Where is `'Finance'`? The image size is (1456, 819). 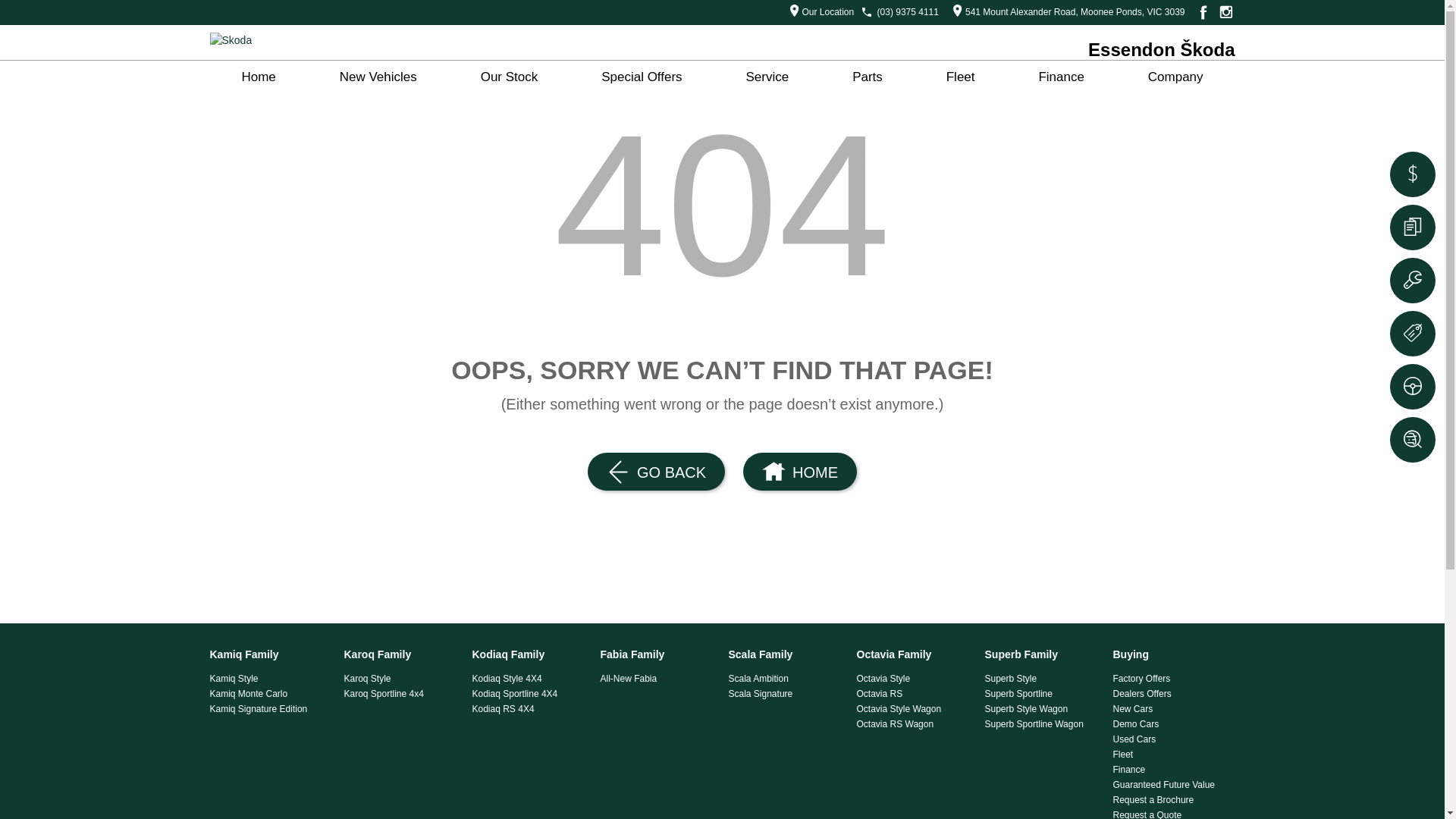 'Finance' is located at coordinates (1170, 769).